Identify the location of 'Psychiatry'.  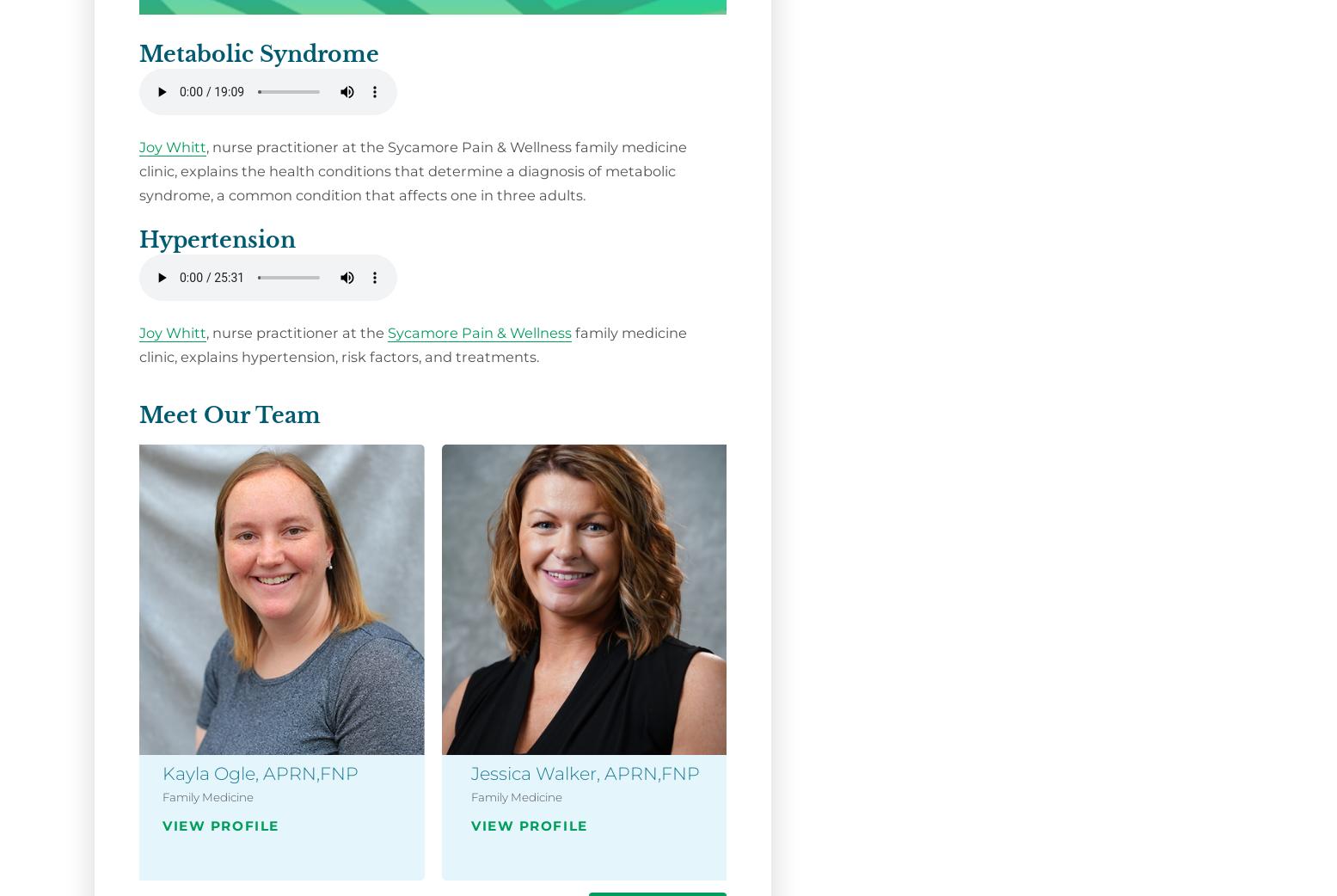
(1116, 829).